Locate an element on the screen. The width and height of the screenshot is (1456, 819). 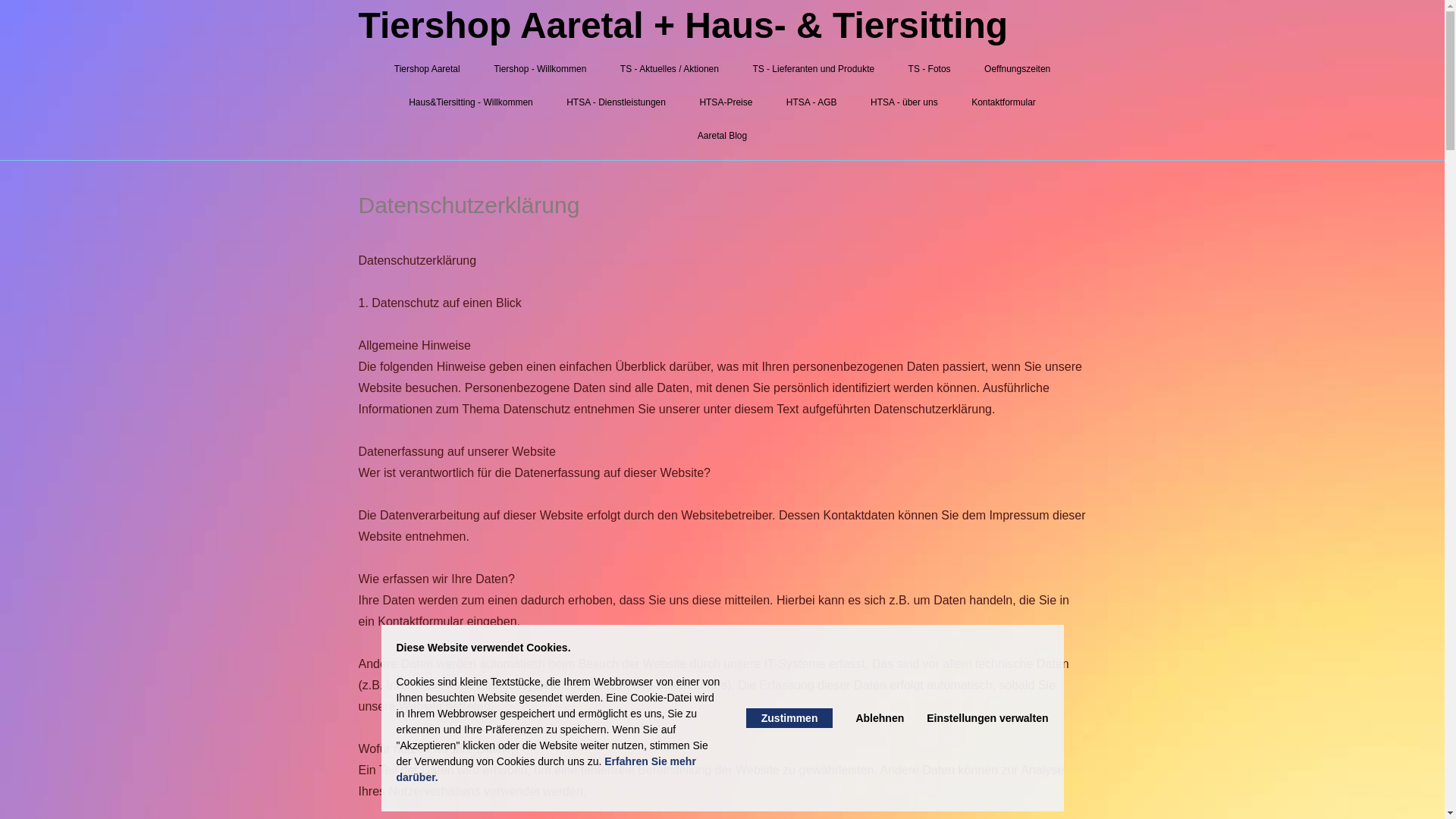
'Ablehnen' is located at coordinates (880, 717).